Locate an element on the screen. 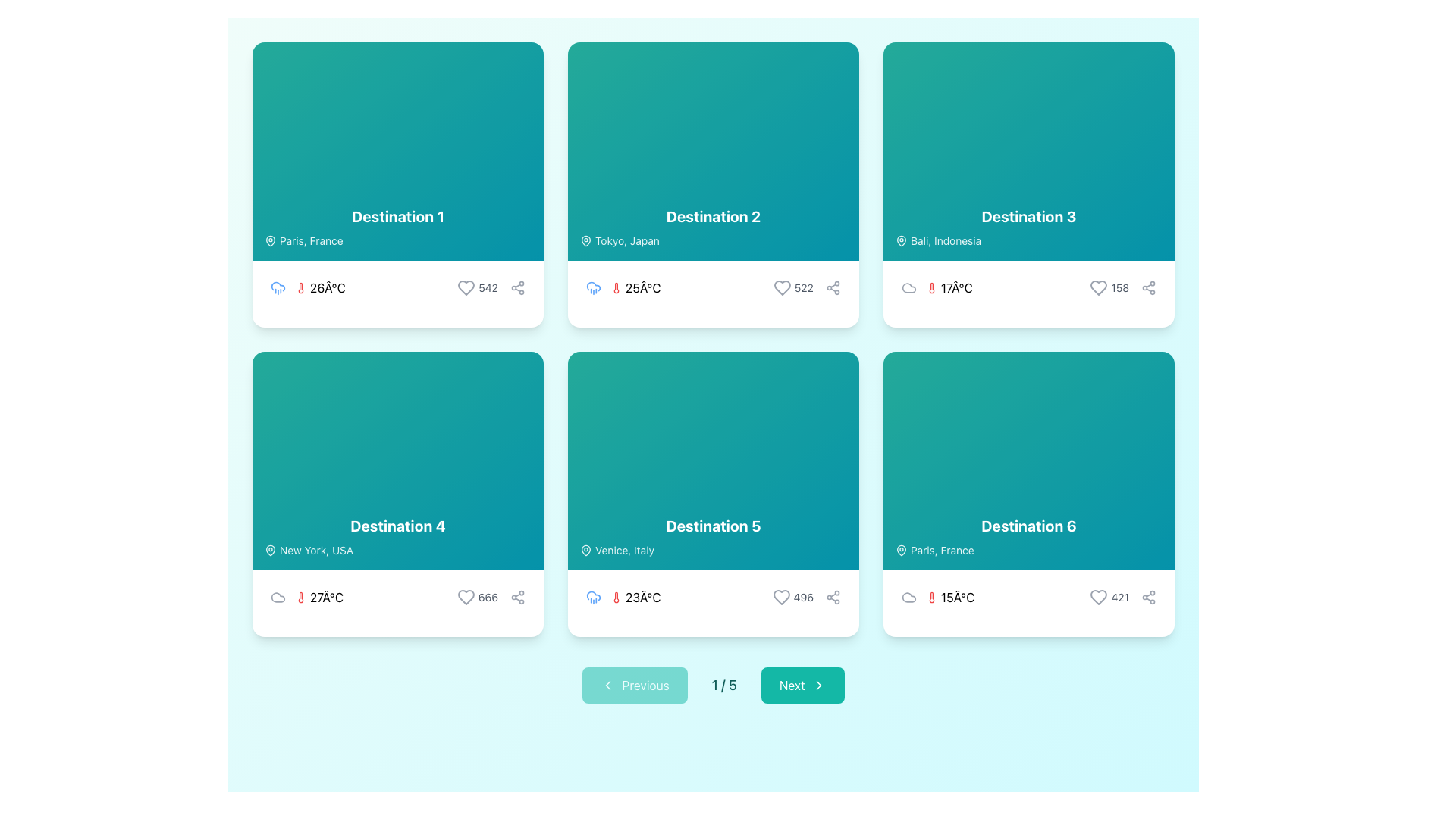 The height and width of the screenshot is (819, 1456). the rainy weather icon located in the top-left quadrant of the grid layout, positioned to the left of the temperature text ('26°C') and above the thermometer icon is located at coordinates (278, 288).